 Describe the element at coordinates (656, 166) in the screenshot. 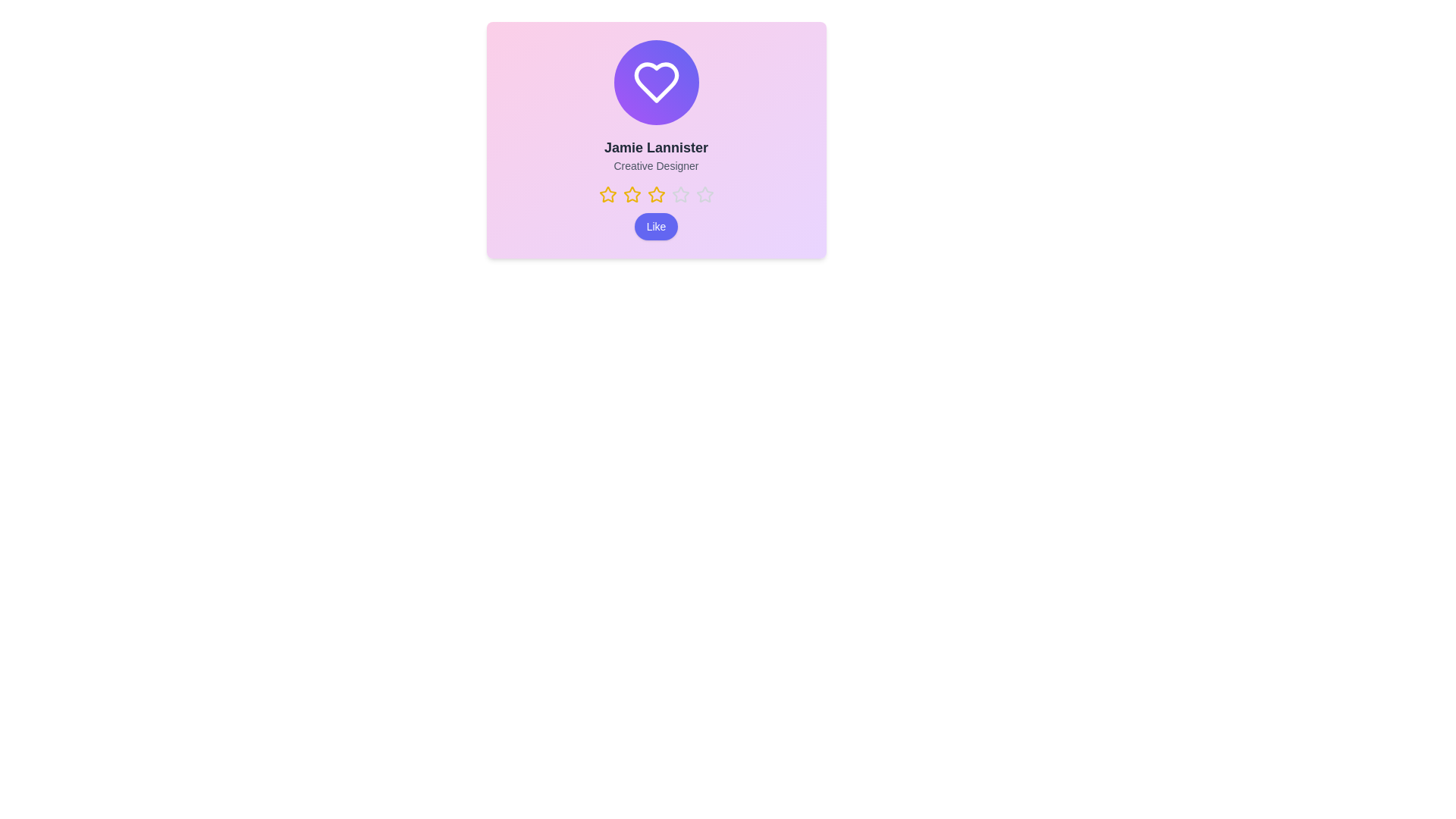

I see `the text label displaying 'Creative Designer' for accessibility purposes` at that location.